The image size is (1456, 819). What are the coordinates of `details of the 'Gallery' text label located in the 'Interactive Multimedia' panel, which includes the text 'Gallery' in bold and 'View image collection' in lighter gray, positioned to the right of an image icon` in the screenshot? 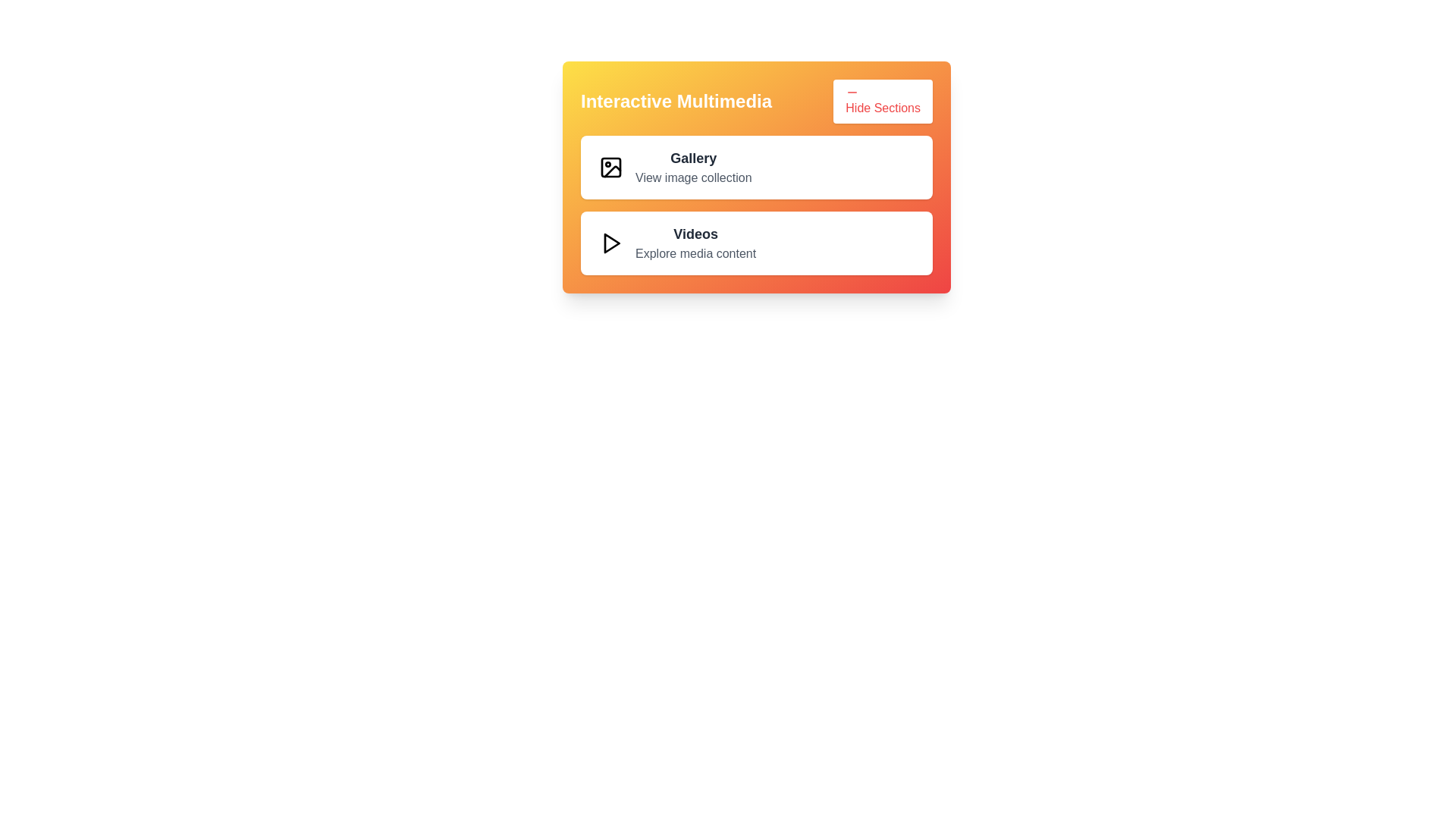 It's located at (692, 167).